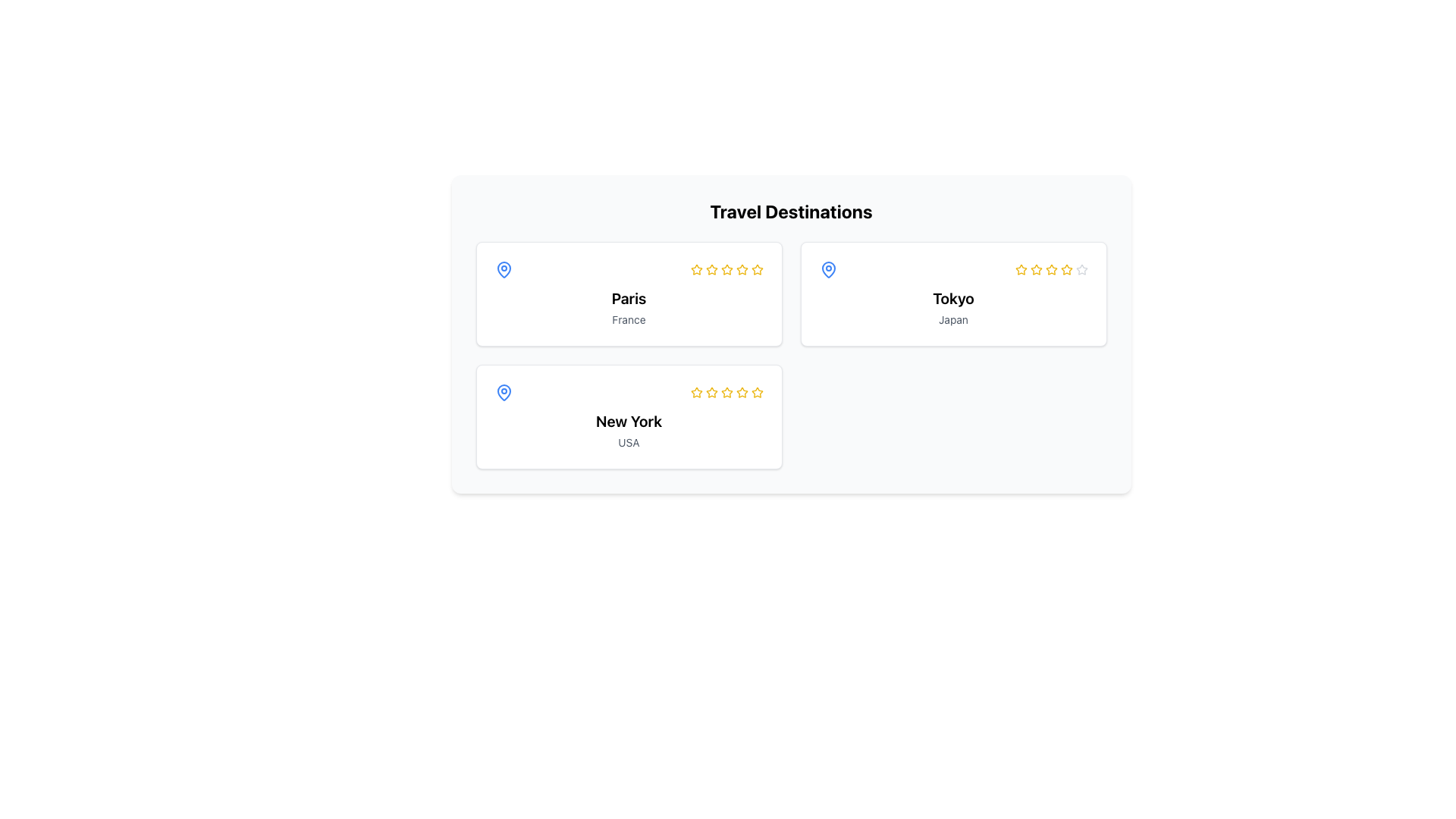 This screenshot has width=1456, height=819. I want to click on the third star in the rating system for 'New York' in the Travel Destinations section, so click(742, 391).